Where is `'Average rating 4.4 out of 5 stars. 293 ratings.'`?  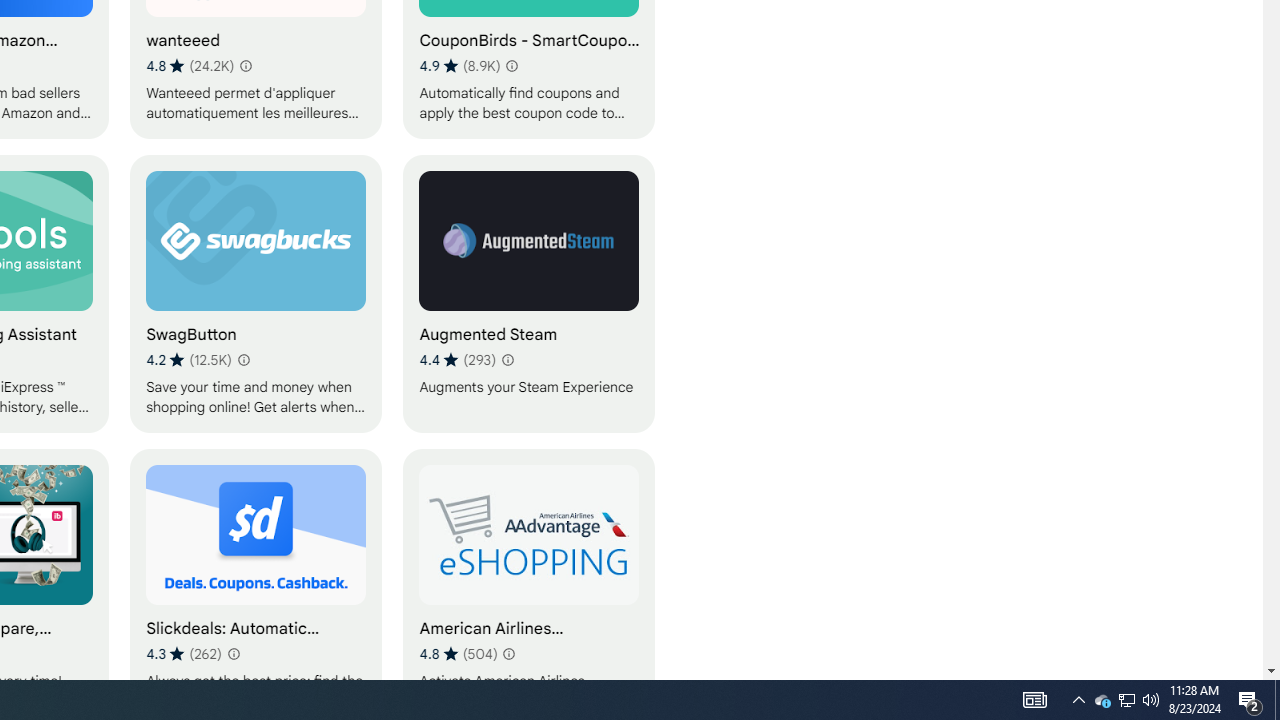
'Average rating 4.4 out of 5 stars. 293 ratings.' is located at coordinates (456, 360).